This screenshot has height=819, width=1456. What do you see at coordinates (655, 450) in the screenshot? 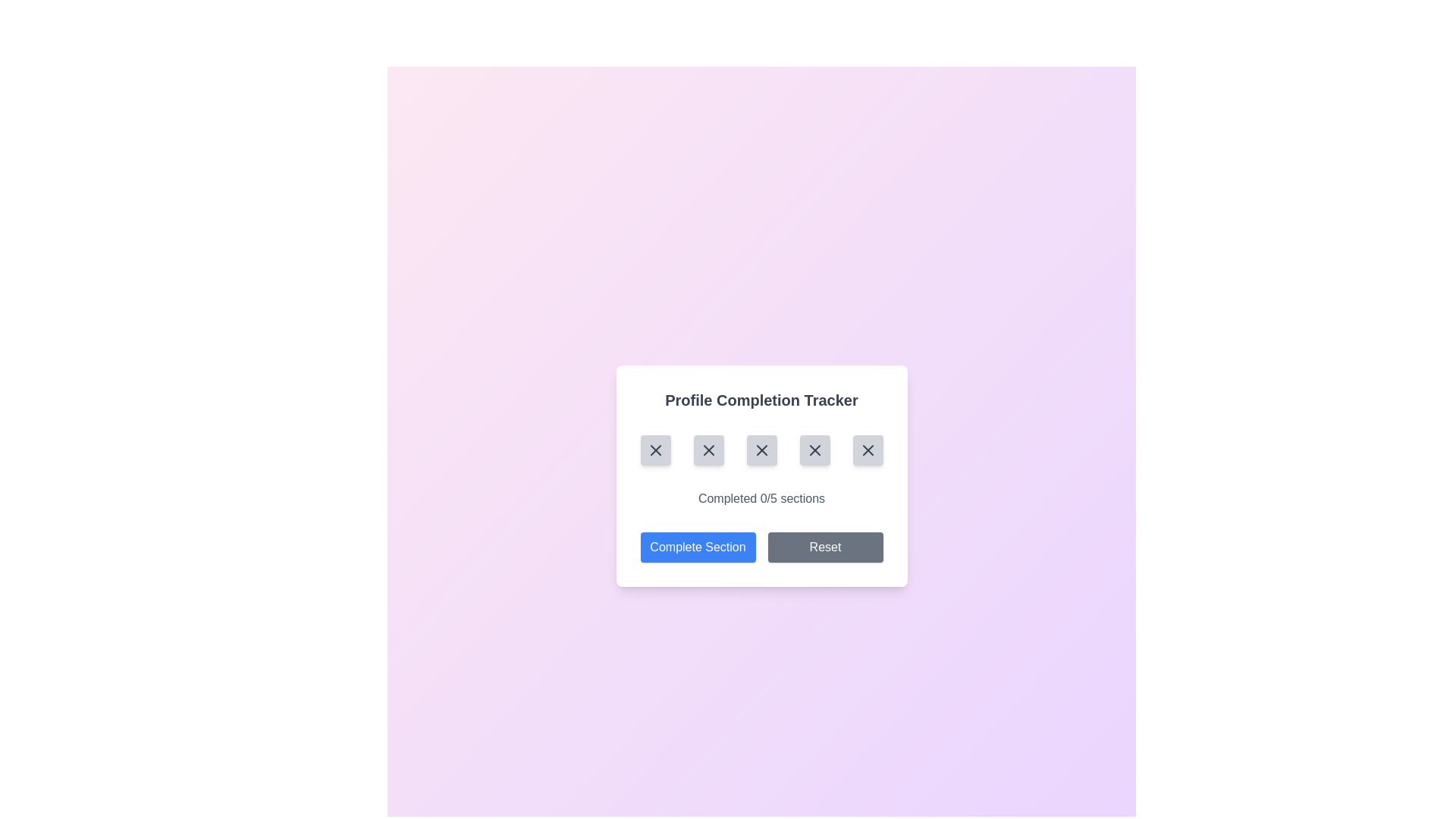
I see `the icon indicating an incomplete section within the Profile Completion Tracker module, which is the first button in a row of five buttons` at bounding box center [655, 450].